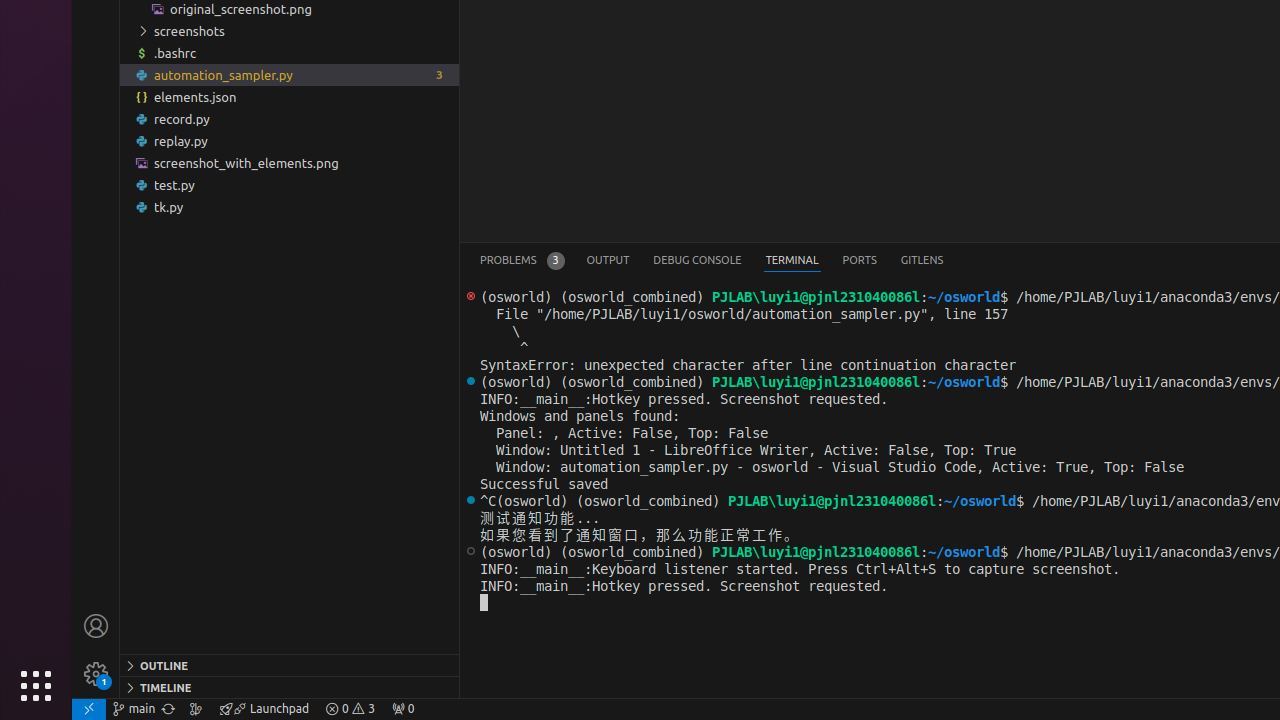 The image size is (1280, 720). What do you see at coordinates (196, 707) in the screenshot?
I see `'Show the GitLens Commit Graph'` at bounding box center [196, 707].